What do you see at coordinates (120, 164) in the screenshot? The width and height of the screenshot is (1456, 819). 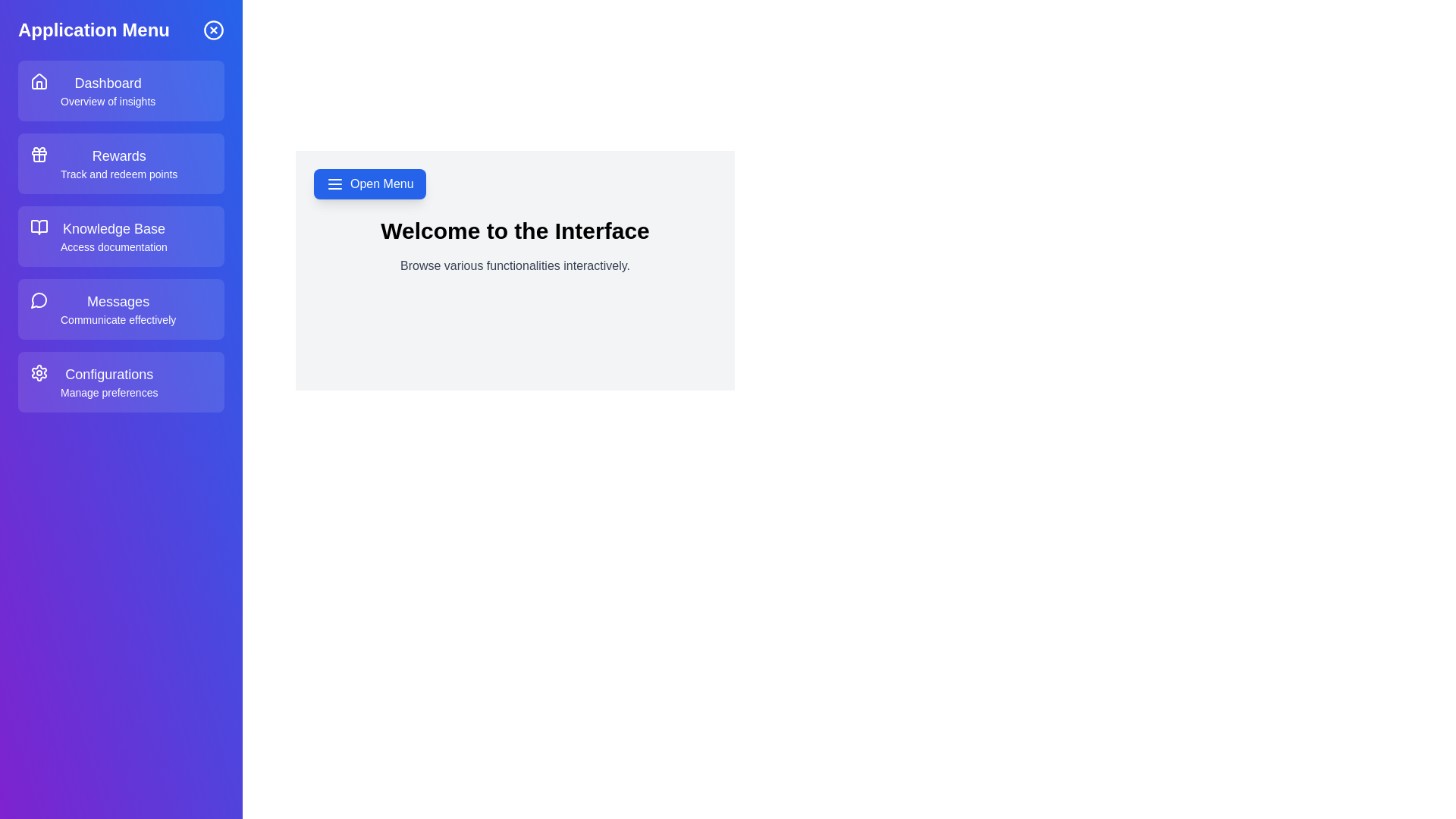 I see `the menu item labeled Rewards` at bounding box center [120, 164].